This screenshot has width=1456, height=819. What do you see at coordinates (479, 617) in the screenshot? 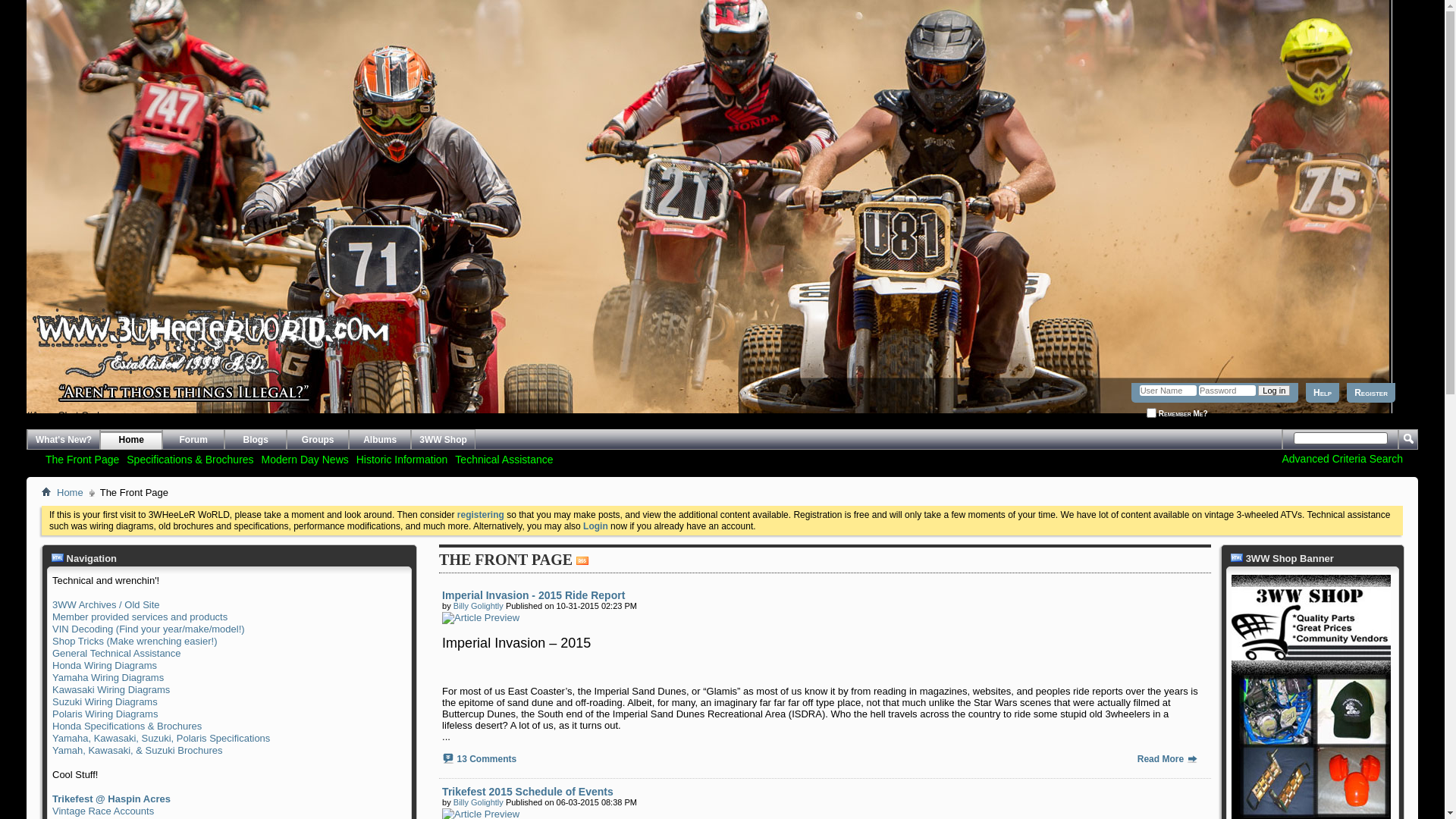
I see `'Article Preview'` at bounding box center [479, 617].